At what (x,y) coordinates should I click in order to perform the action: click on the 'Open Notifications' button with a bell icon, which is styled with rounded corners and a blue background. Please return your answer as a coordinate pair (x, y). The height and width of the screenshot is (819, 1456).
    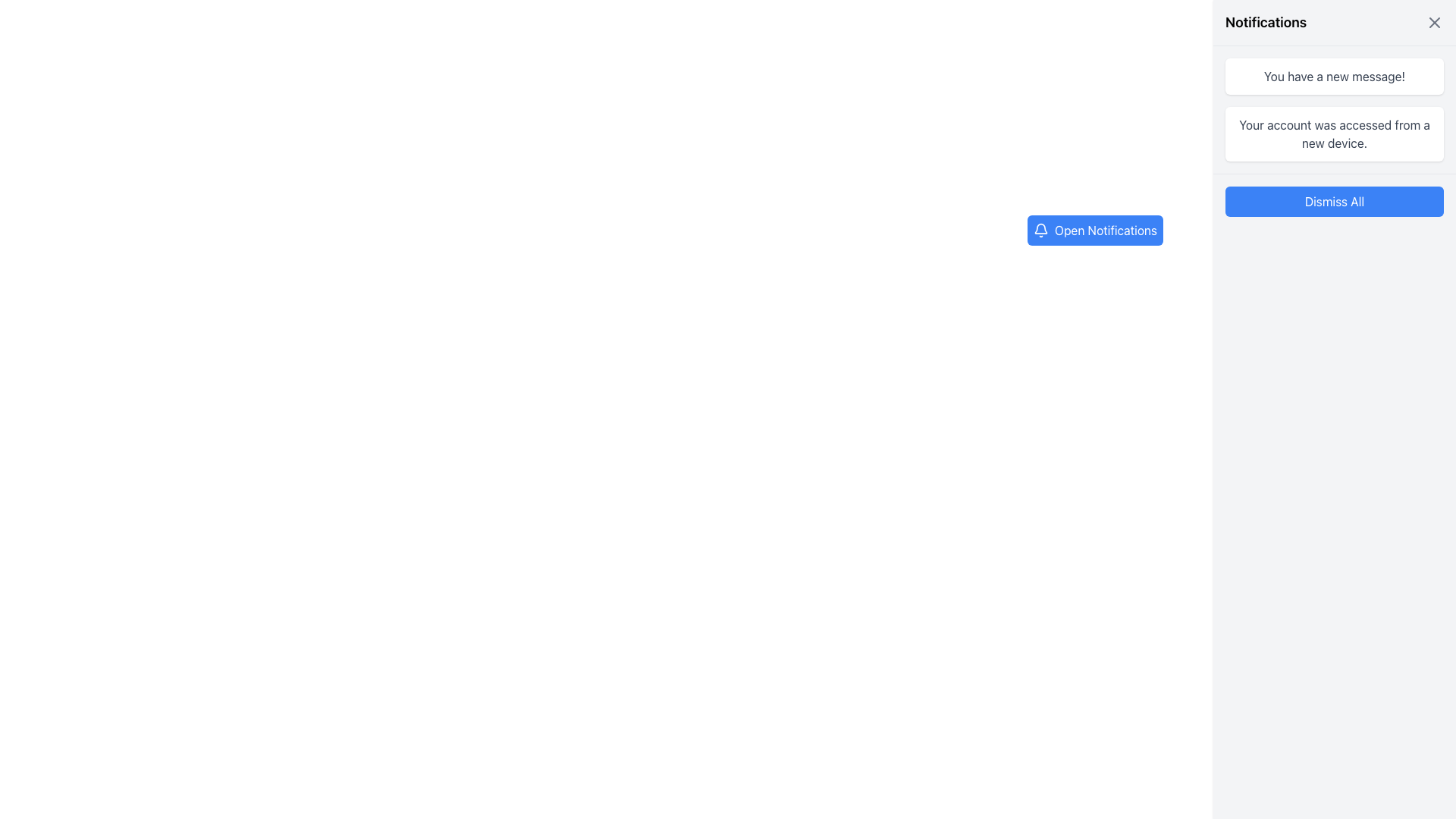
    Looking at the image, I should click on (1095, 231).